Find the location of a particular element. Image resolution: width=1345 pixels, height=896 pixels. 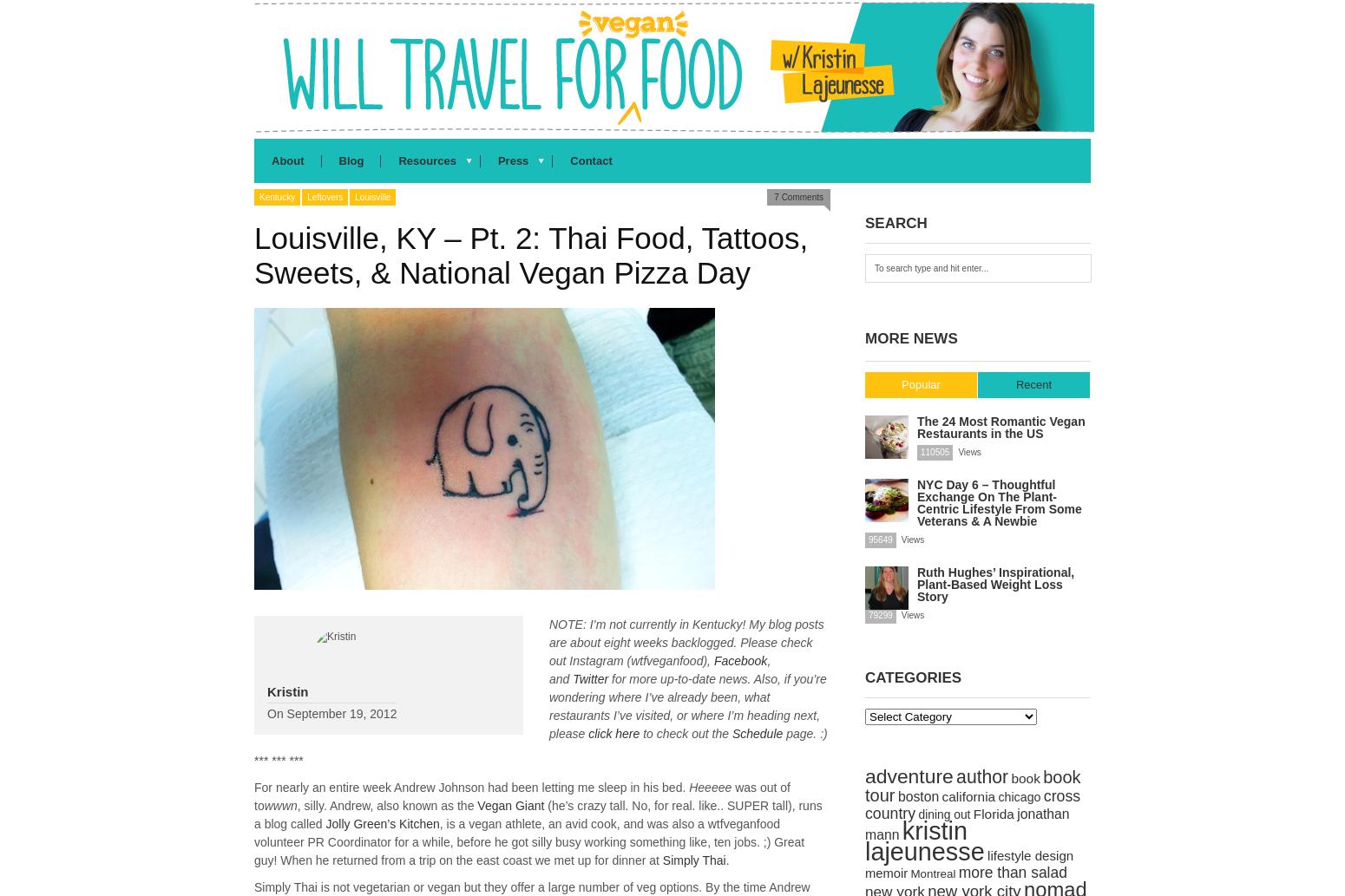

'adventure' is located at coordinates (909, 775).